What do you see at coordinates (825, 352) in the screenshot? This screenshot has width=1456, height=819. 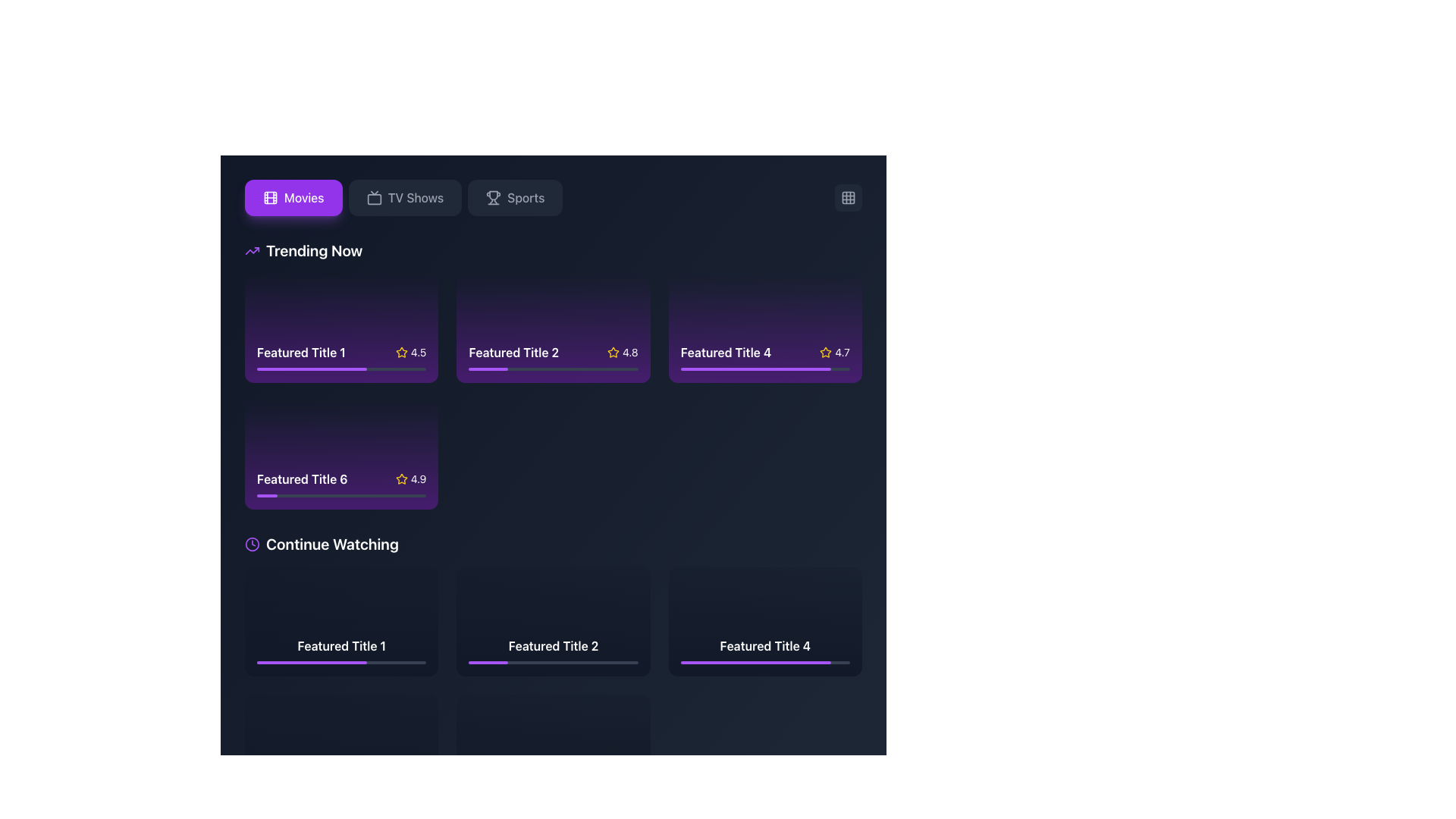 I see `the yellow star icon representing a rating, located next to the numeric text '4.7' in the 'Featured Title 4' card` at bounding box center [825, 352].